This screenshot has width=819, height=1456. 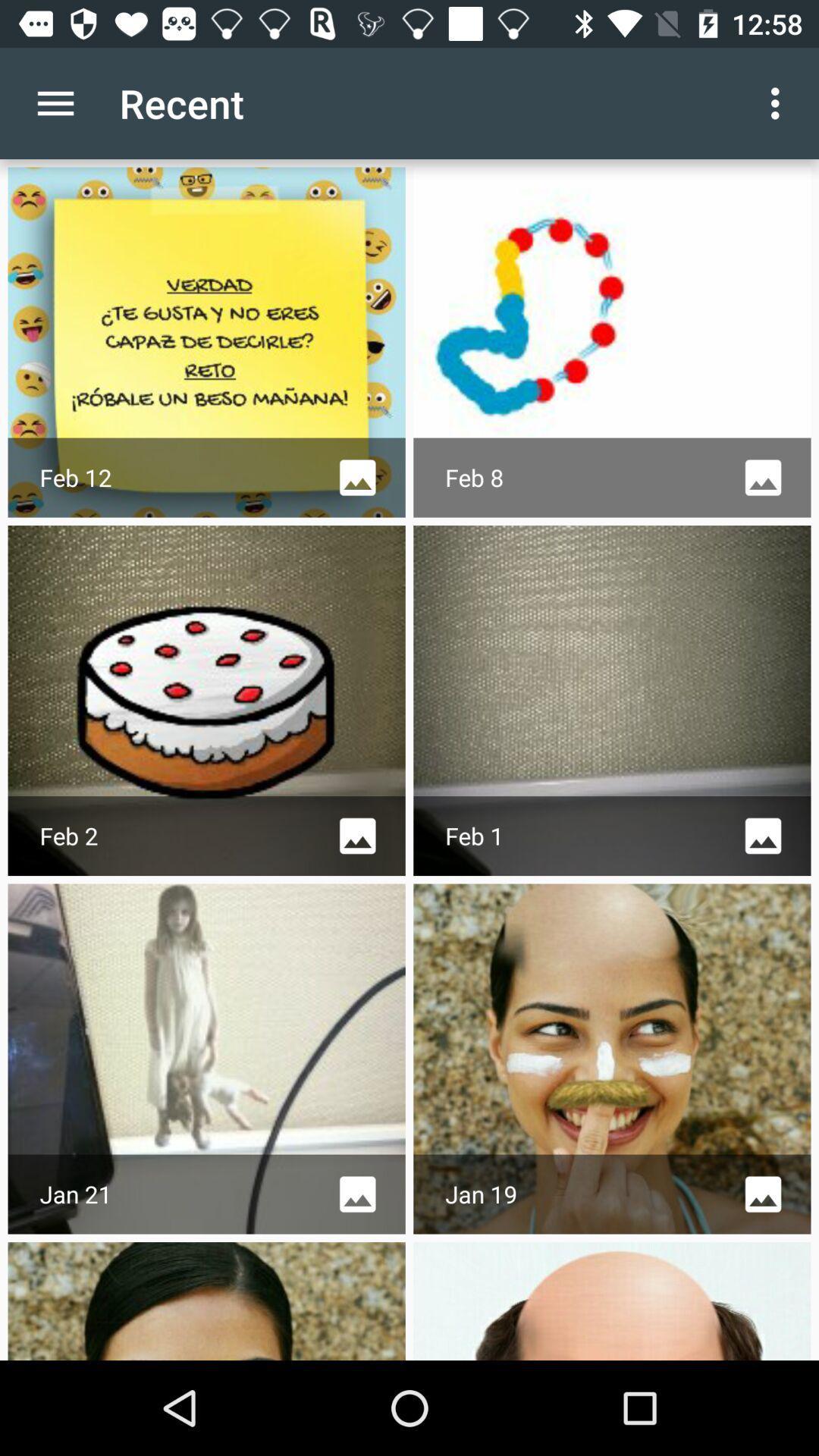 What do you see at coordinates (779, 102) in the screenshot?
I see `icon to the right of the recent app` at bounding box center [779, 102].